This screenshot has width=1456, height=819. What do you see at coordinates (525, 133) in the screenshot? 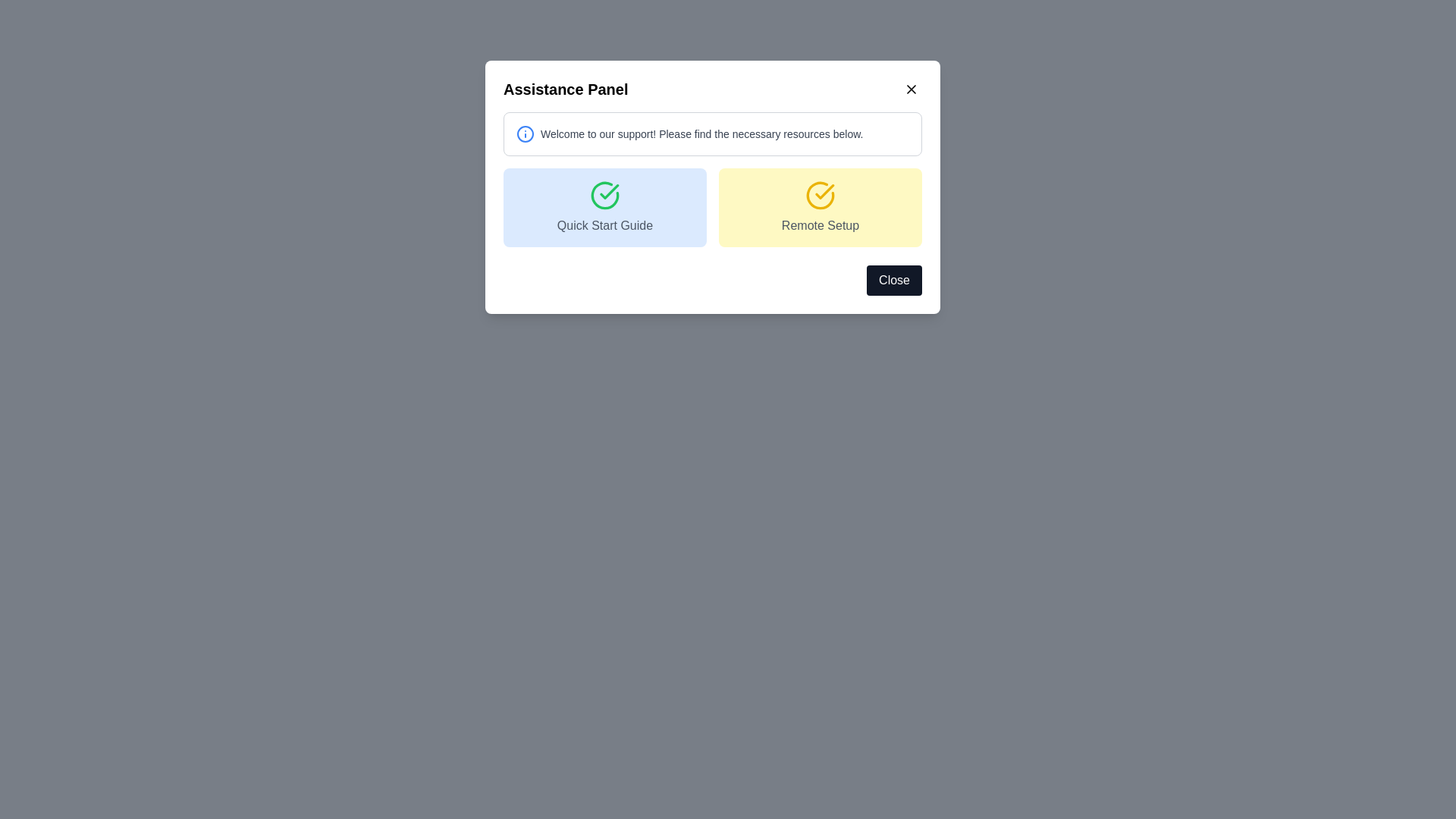
I see `circular blue information icon located at the left side of the welcome message in the Assistance Panel` at bounding box center [525, 133].